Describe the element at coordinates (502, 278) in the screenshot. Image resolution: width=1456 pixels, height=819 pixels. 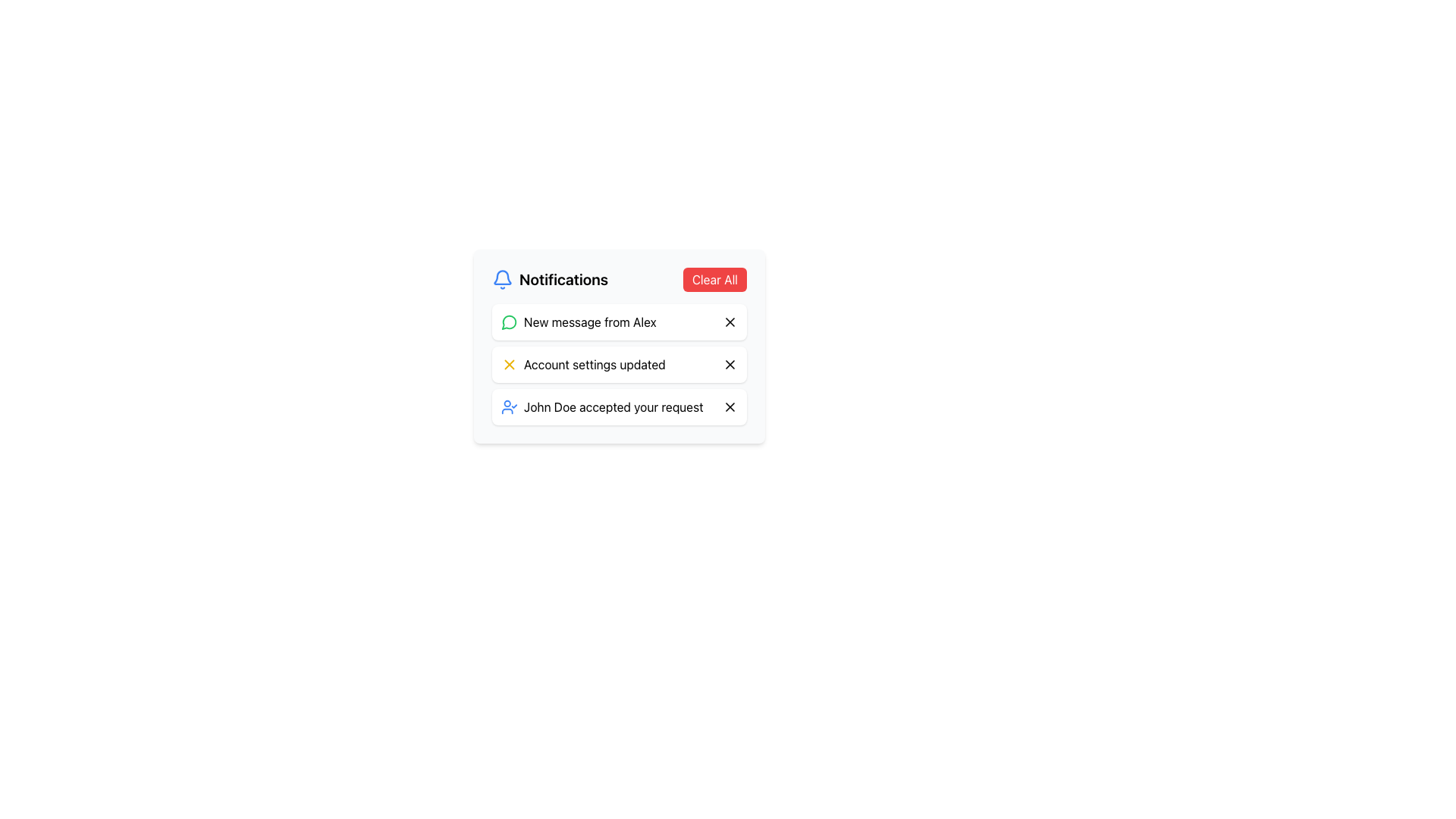
I see `the primary bell body of the notification icon located at the top-left corner of the notification panel adjacent to the 'Notifications' title` at that location.